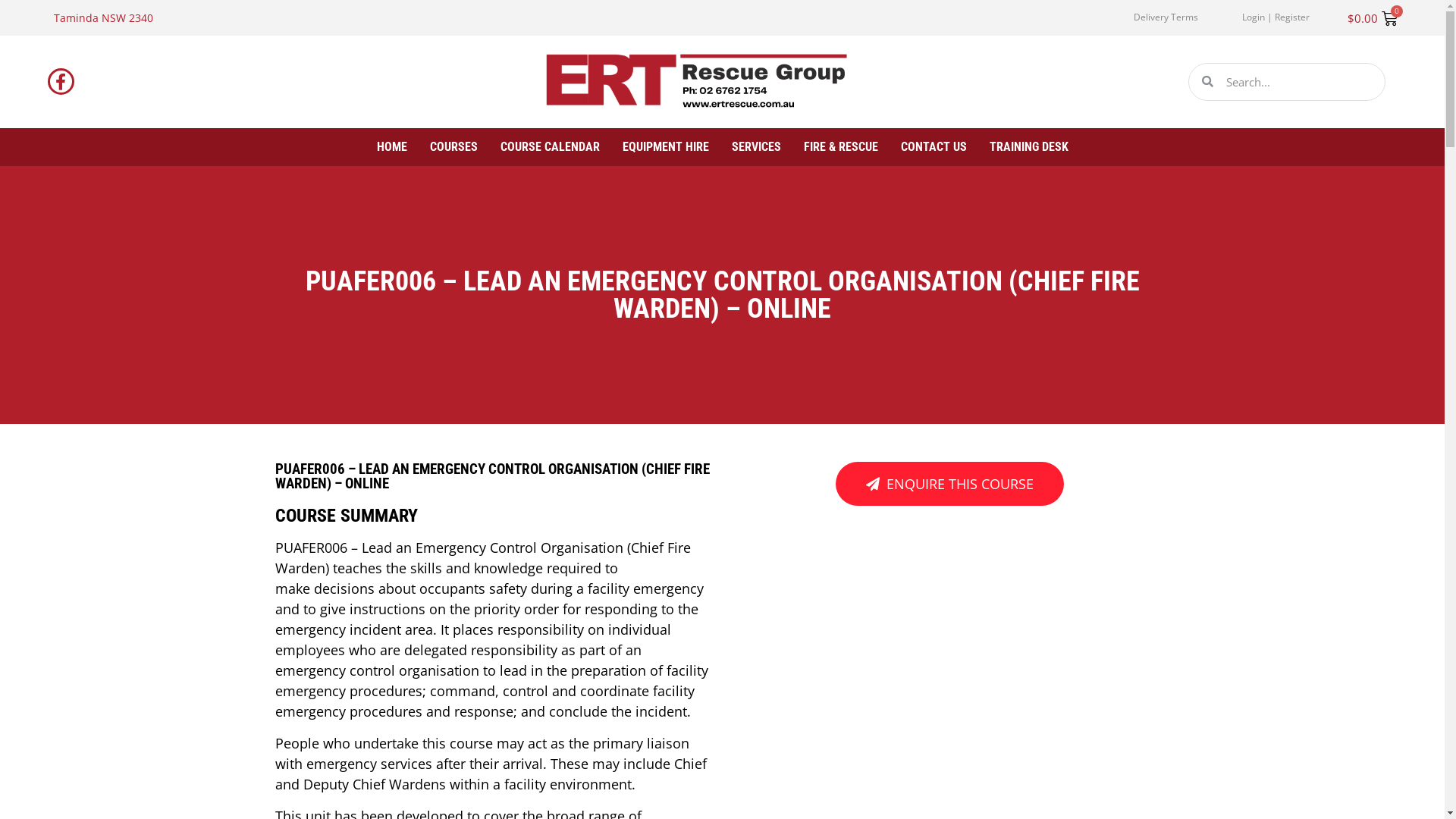 This screenshot has width=1456, height=819. Describe the element at coordinates (102, 17) in the screenshot. I see `'Taminda NSW 2340'` at that location.